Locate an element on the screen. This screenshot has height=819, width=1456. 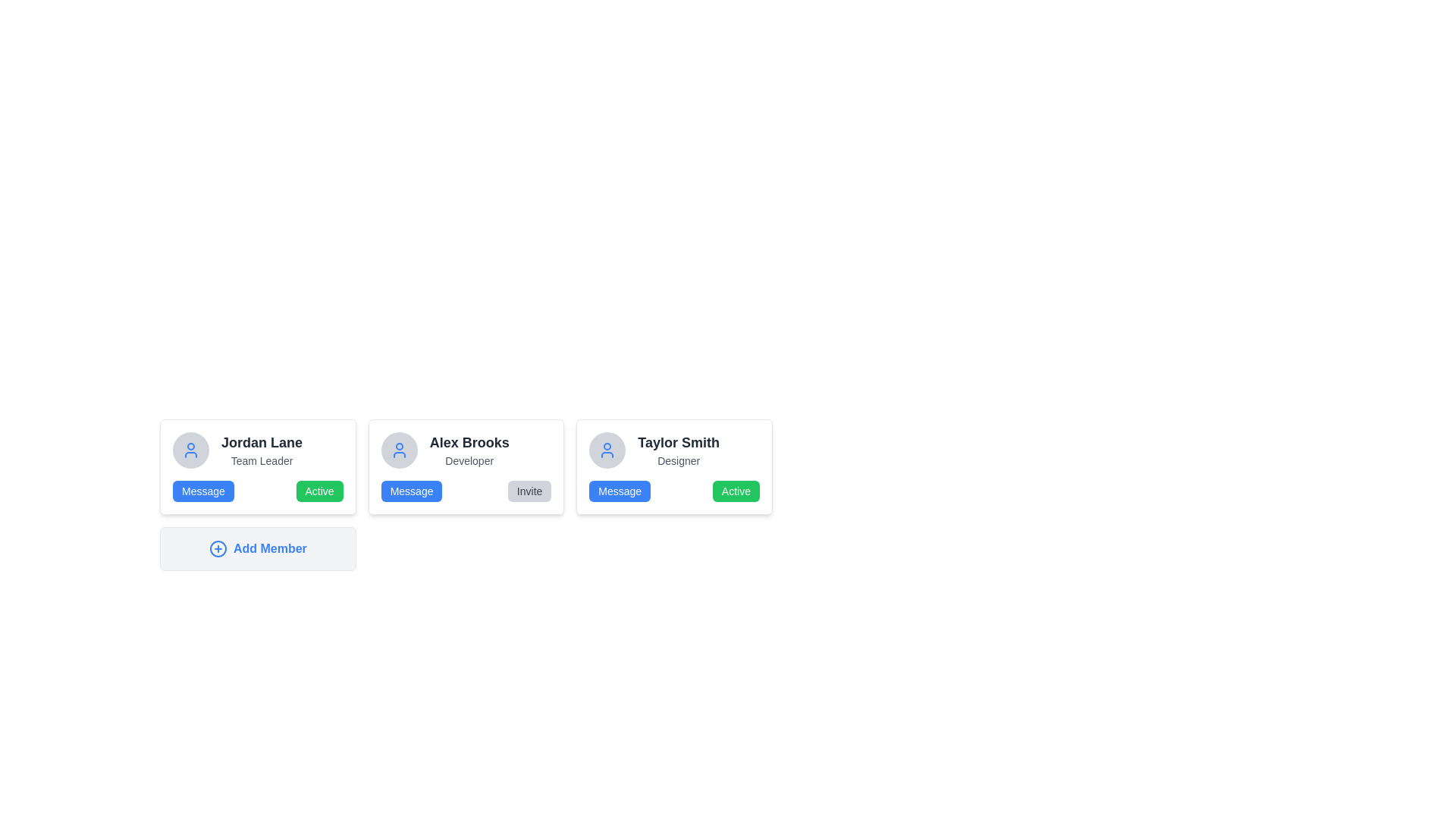
the user profile icon representing 'Jordan Lane', which is styled with a circular head and a semi-circular body outline, located at the top of the leftmost user card is located at coordinates (399, 450).